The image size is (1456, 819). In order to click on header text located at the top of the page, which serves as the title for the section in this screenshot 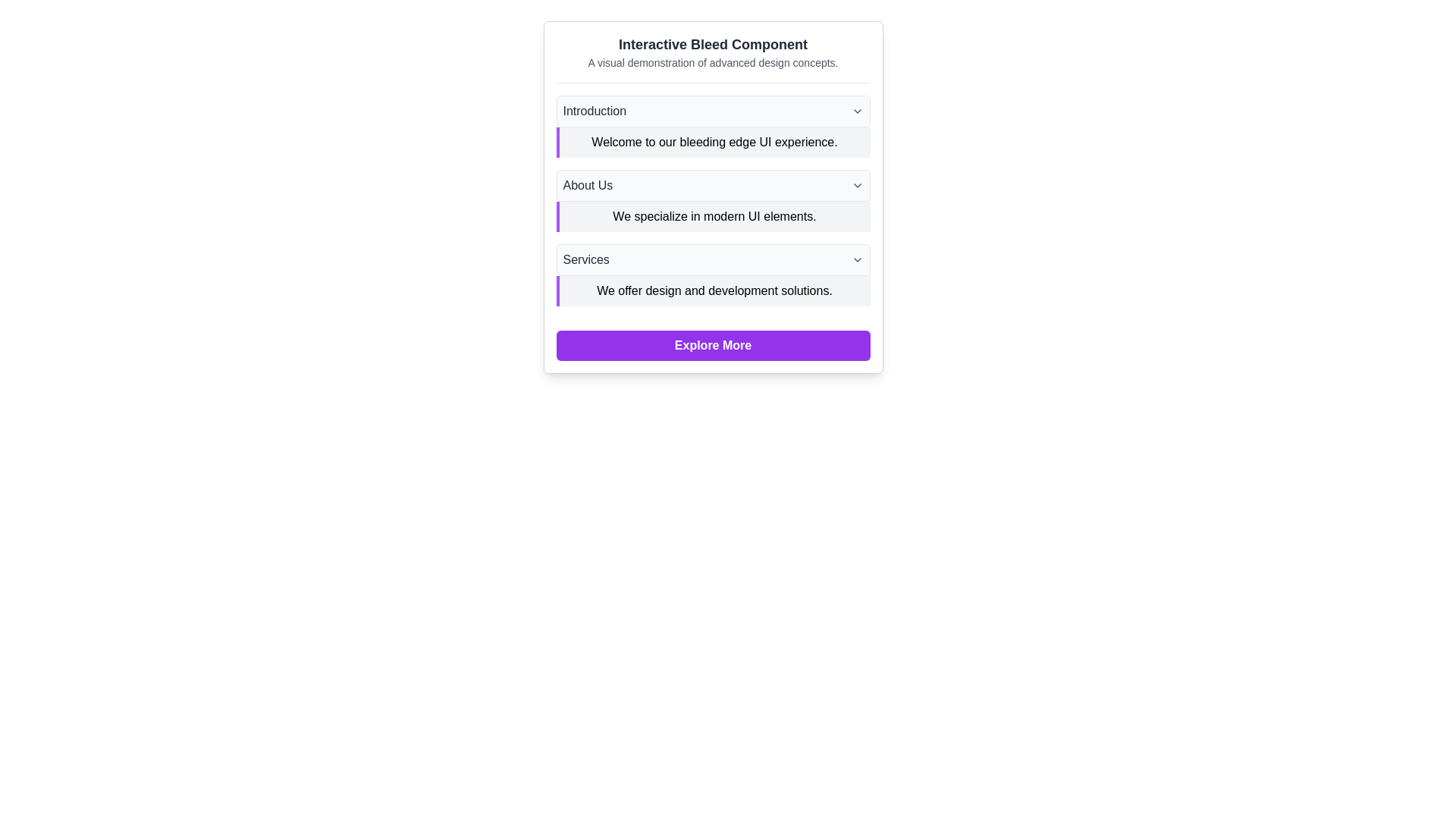, I will do `click(712, 43)`.